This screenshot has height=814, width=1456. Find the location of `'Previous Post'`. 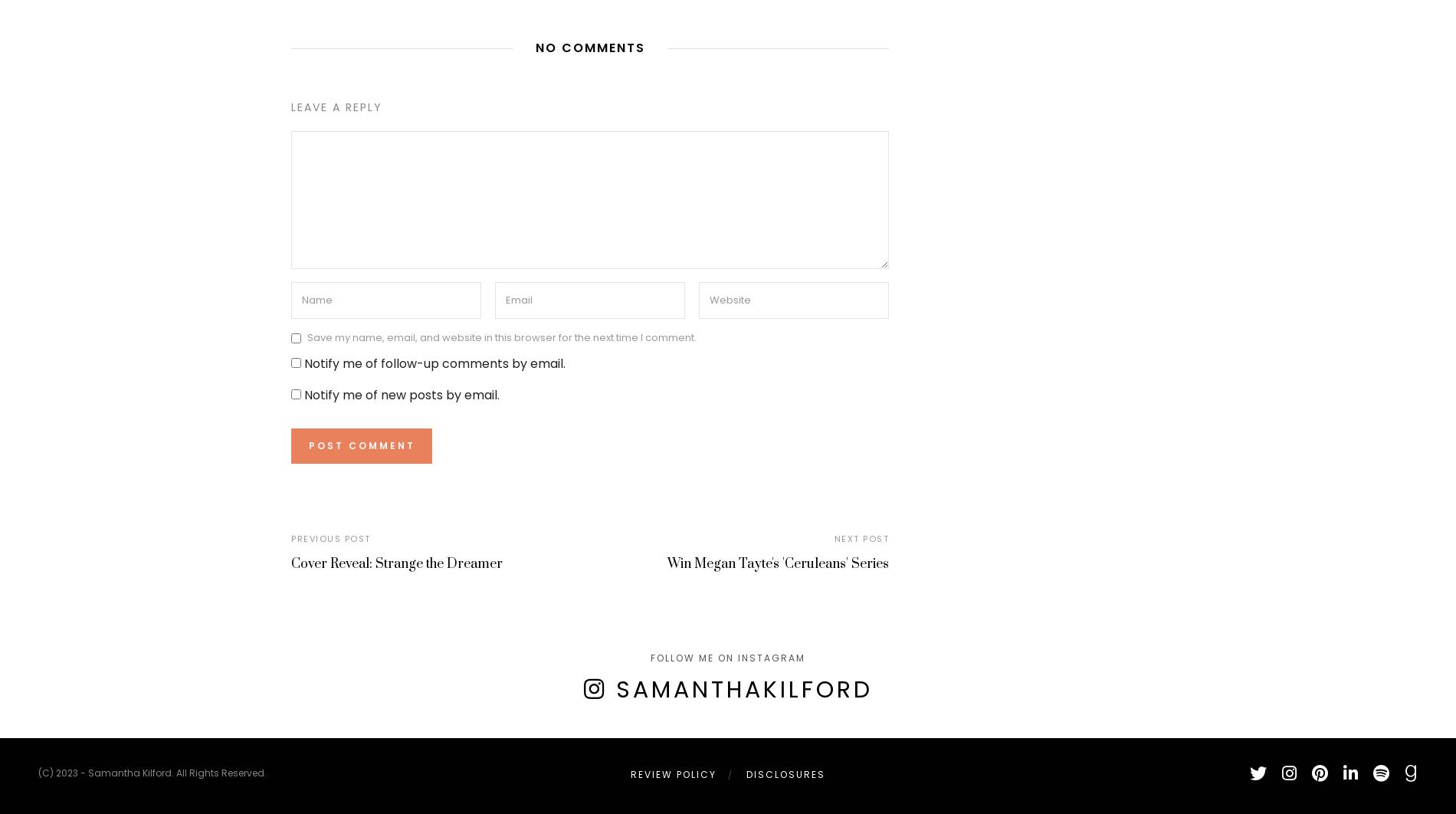

'Previous Post' is located at coordinates (330, 537).